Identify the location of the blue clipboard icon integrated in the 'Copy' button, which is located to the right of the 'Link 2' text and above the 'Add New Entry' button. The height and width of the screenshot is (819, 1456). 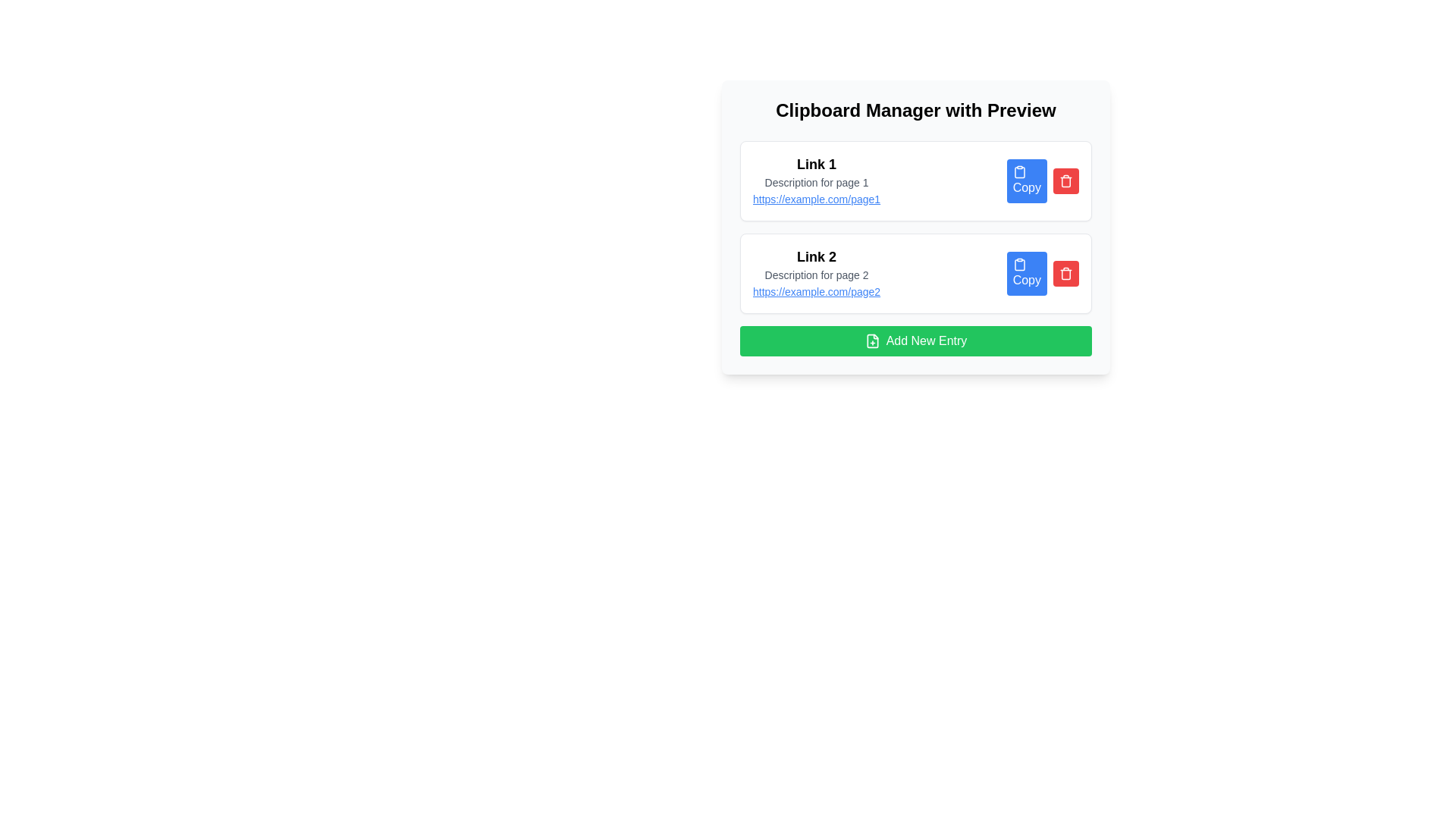
(1019, 263).